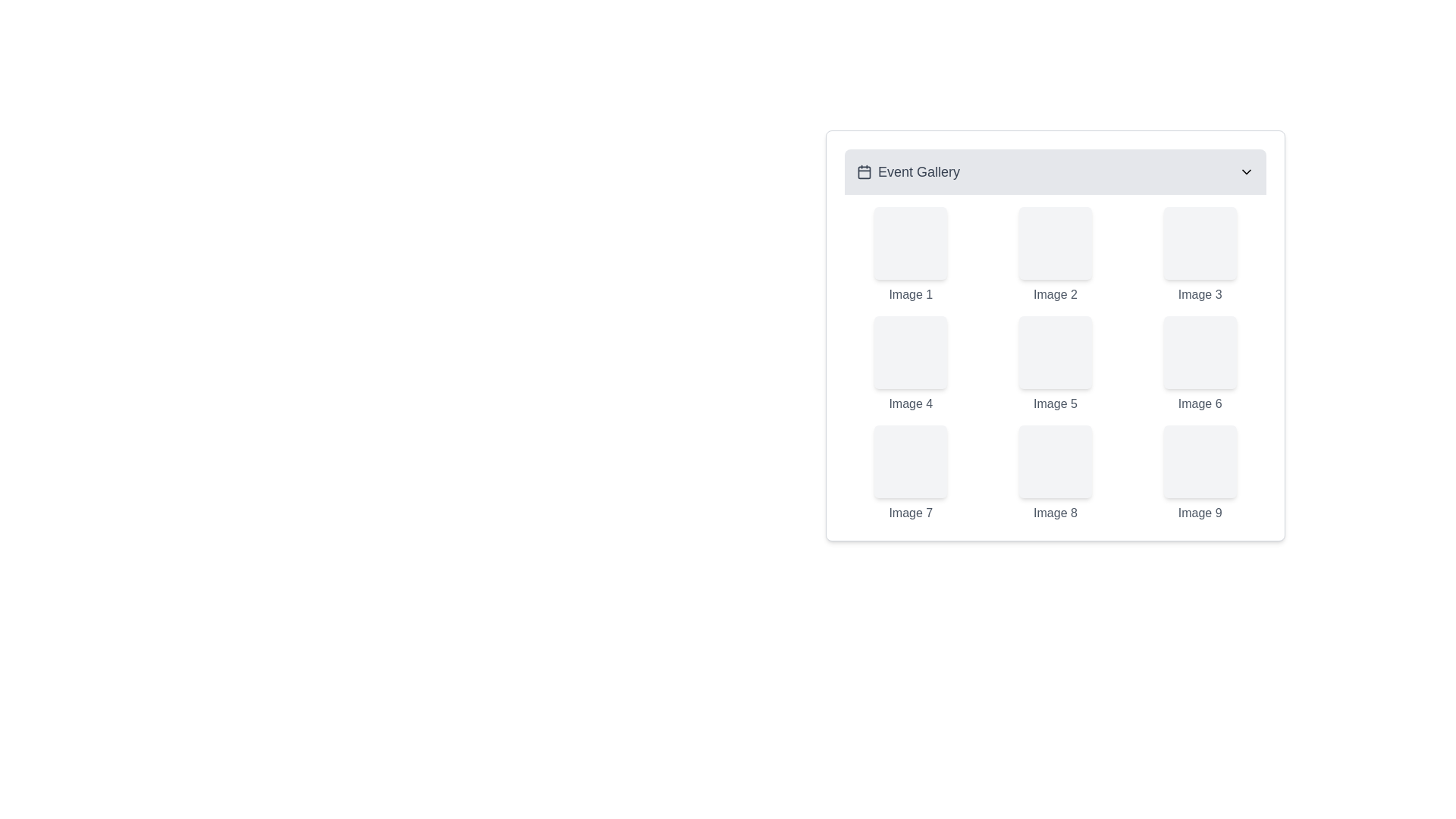 This screenshot has height=819, width=1456. Describe the element at coordinates (910, 242) in the screenshot. I see `the static image placeholder with rounded corners and light gray background labeled 'Image 1' in the 'Event Gallery' section` at that location.